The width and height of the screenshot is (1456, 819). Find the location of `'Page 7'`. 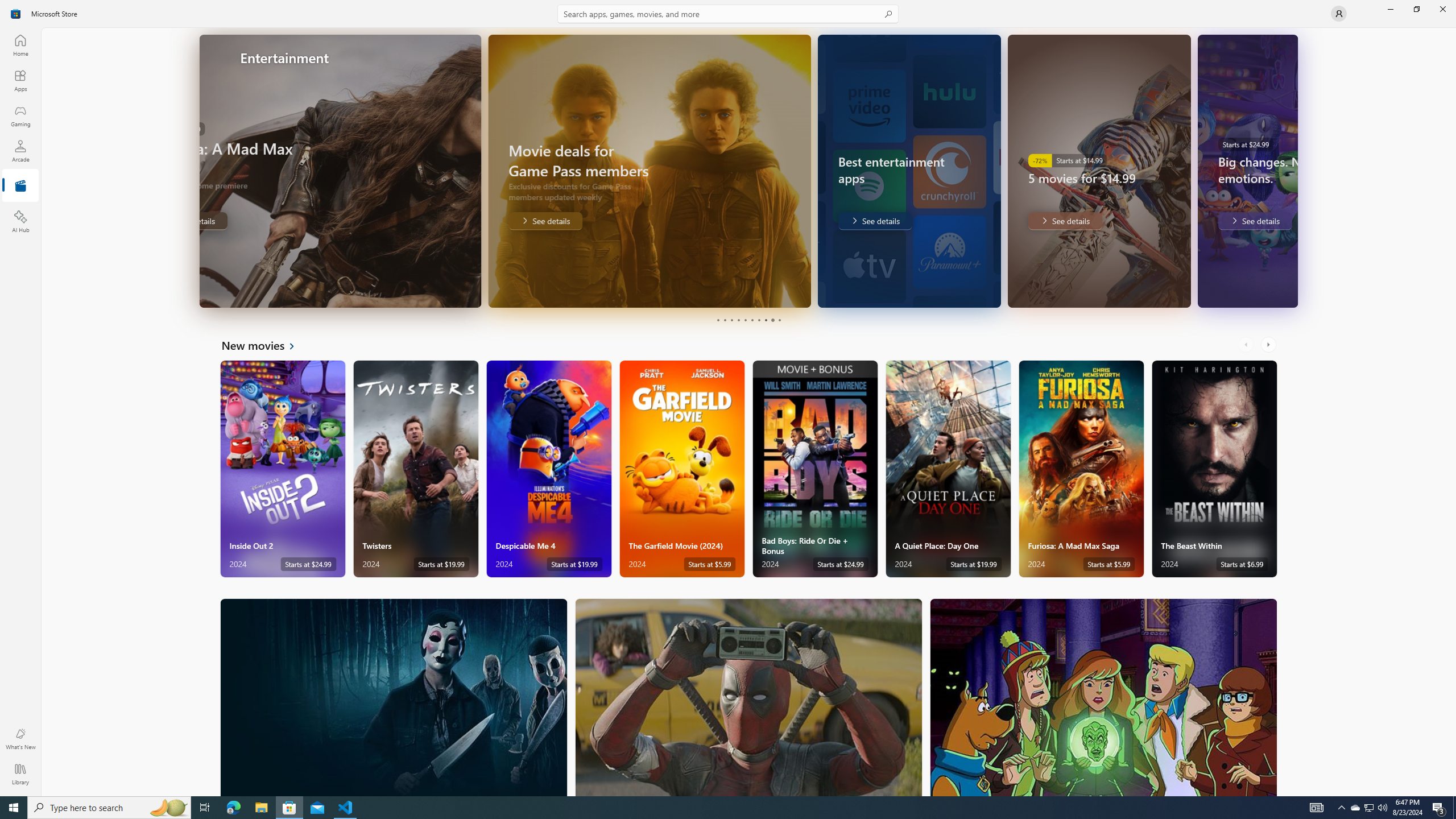

'Page 7' is located at coordinates (758, 320).